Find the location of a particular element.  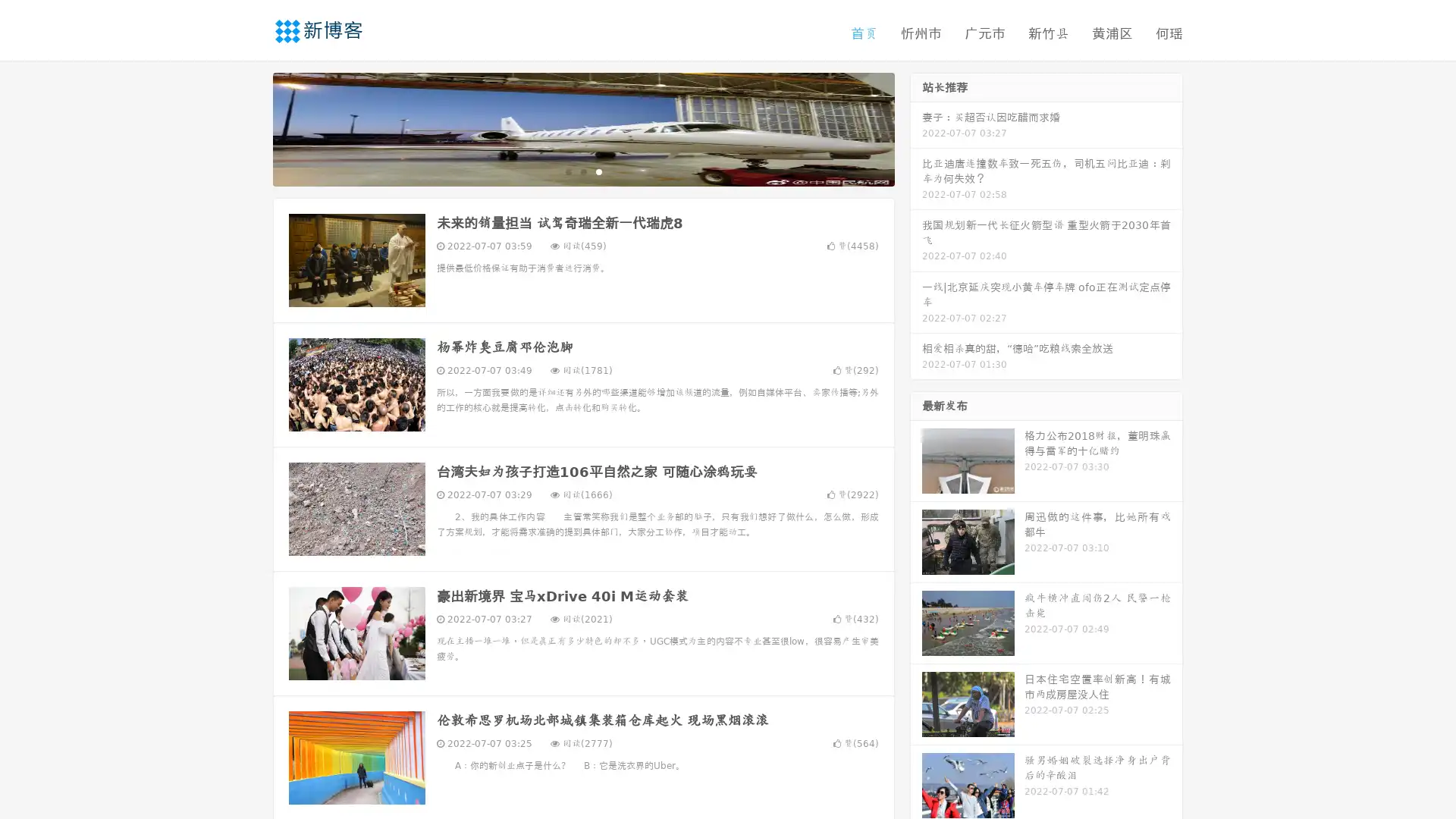

Go to slide 2 is located at coordinates (582, 171).